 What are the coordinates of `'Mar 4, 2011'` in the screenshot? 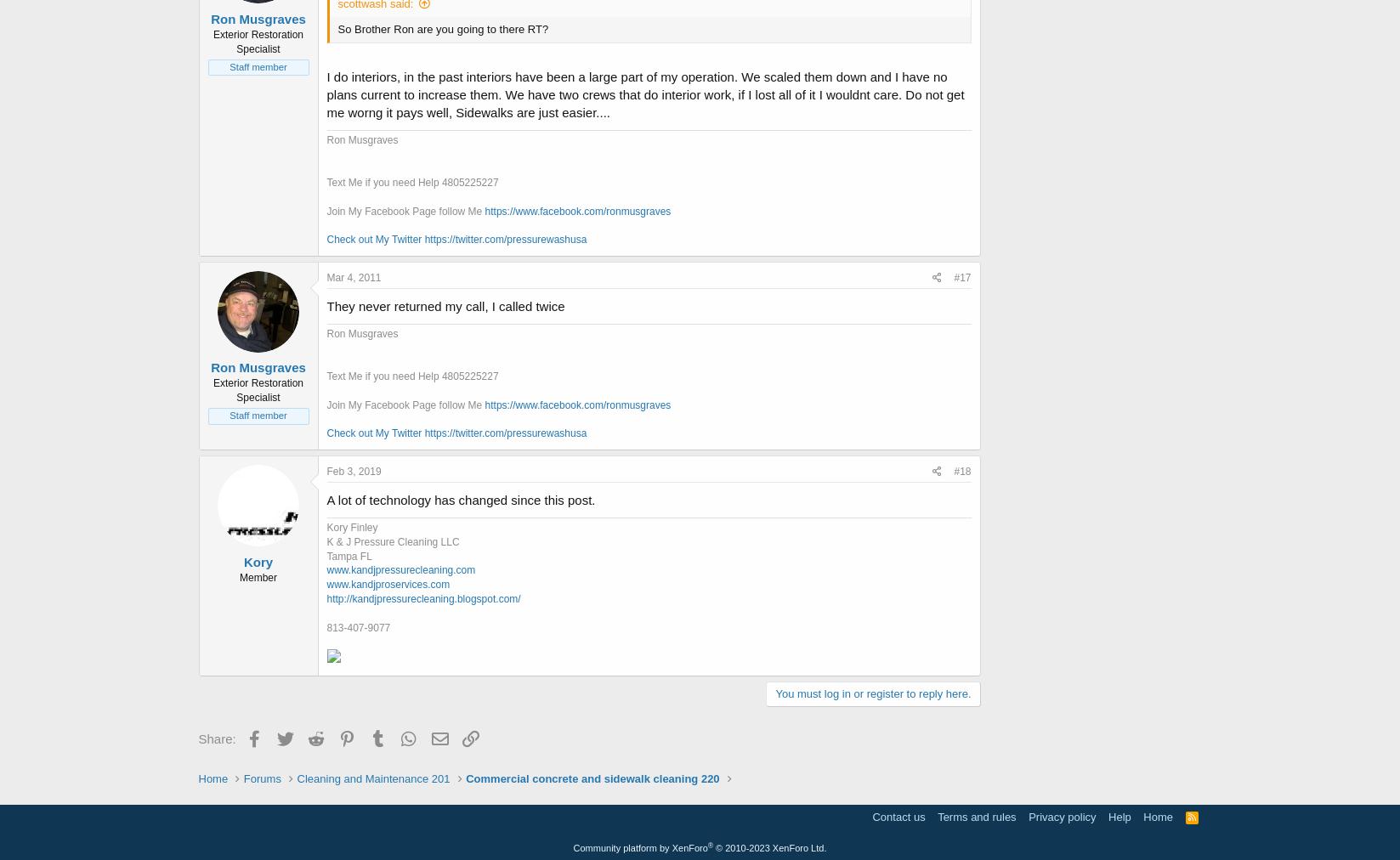 It's located at (326, 275).